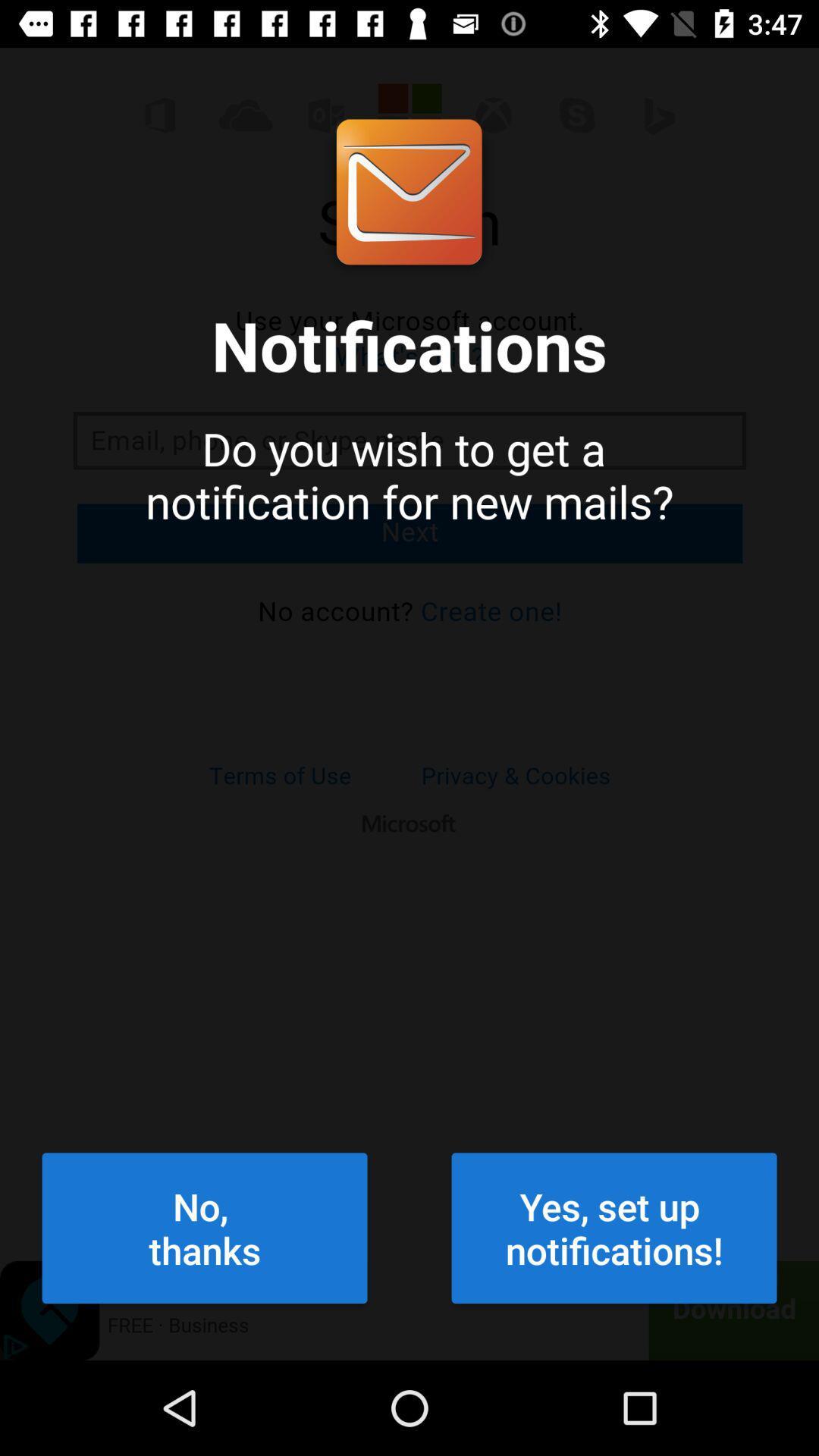 The image size is (819, 1456). I want to click on the button to the right of no,, so click(614, 1228).